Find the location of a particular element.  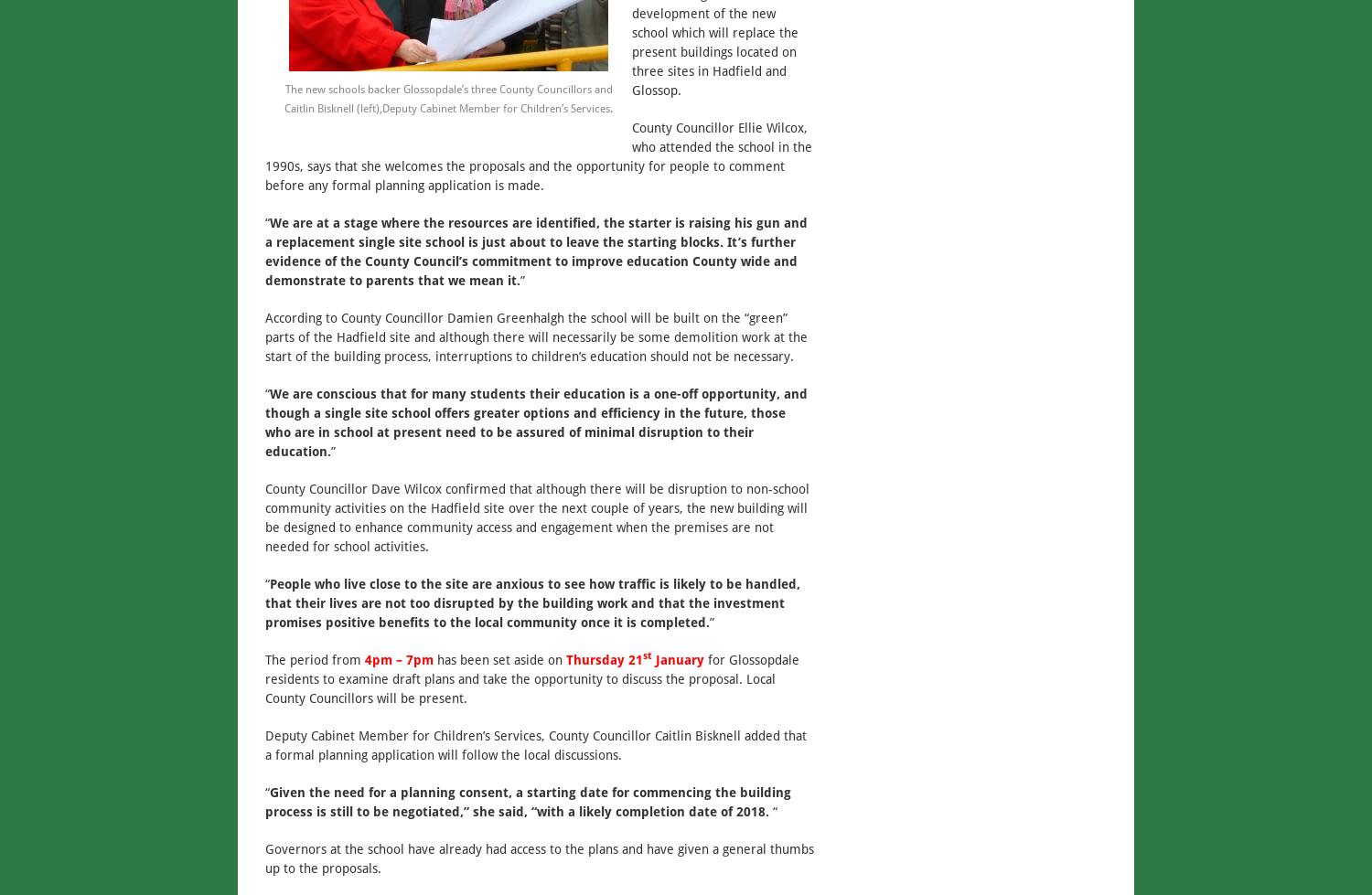

'st' is located at coordinates (647, 655).